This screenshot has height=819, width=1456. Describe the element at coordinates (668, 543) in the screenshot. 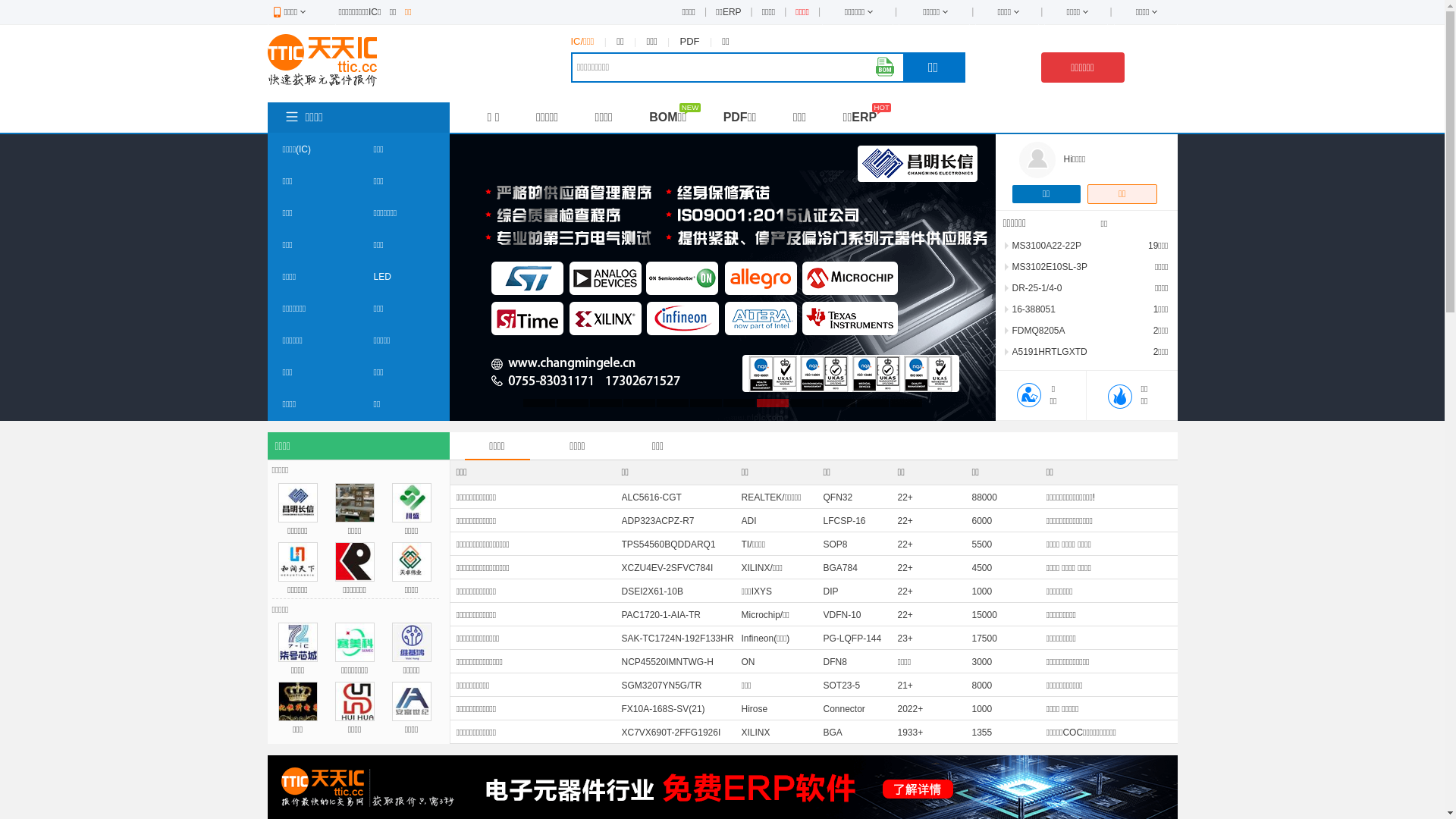

I see `'TPS54560BQDDARQ1'` at that location.